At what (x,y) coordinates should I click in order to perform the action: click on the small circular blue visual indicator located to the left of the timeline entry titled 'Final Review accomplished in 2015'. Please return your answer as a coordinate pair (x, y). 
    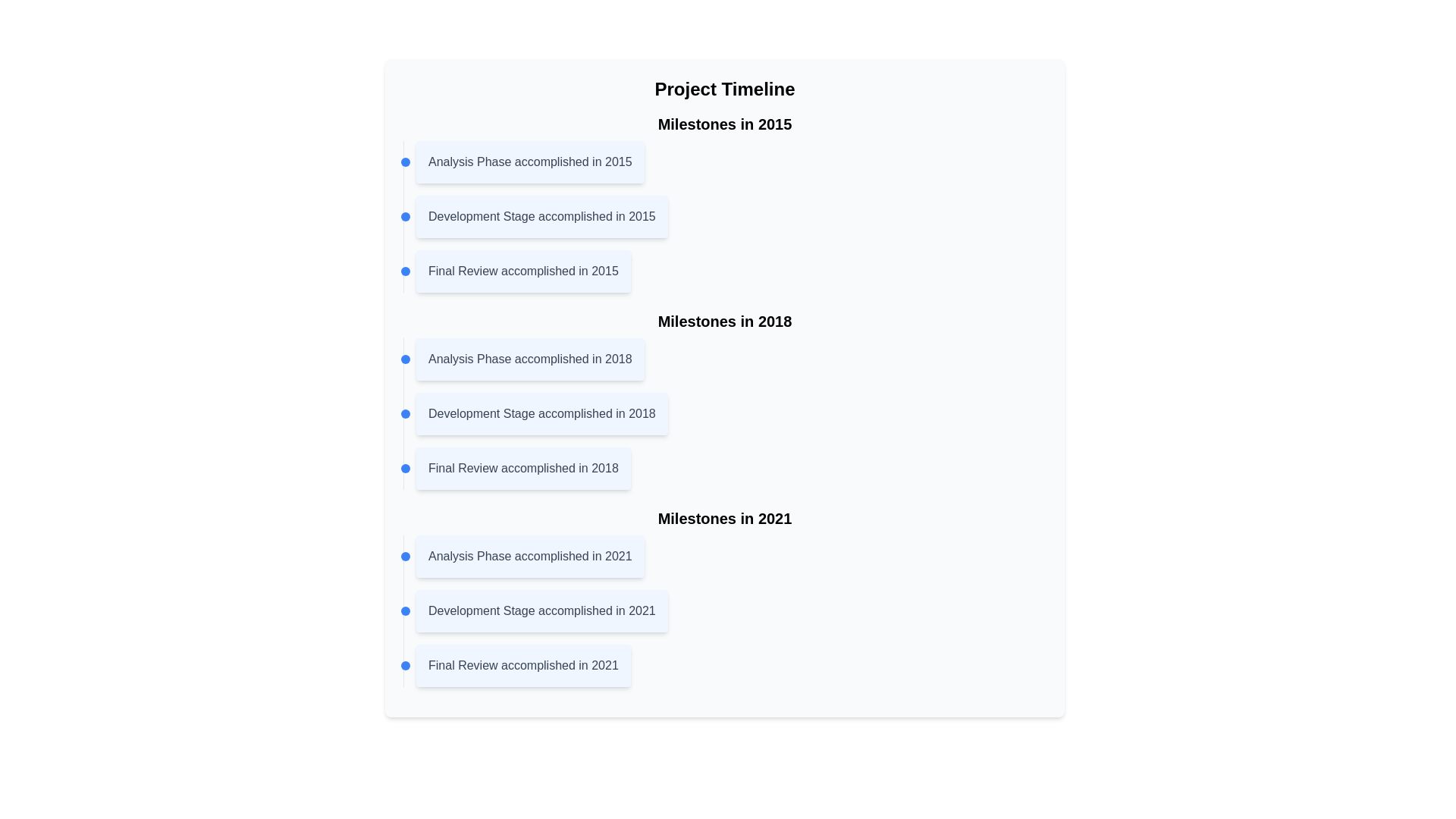
    Looking at the image, I should click on (405, 271).